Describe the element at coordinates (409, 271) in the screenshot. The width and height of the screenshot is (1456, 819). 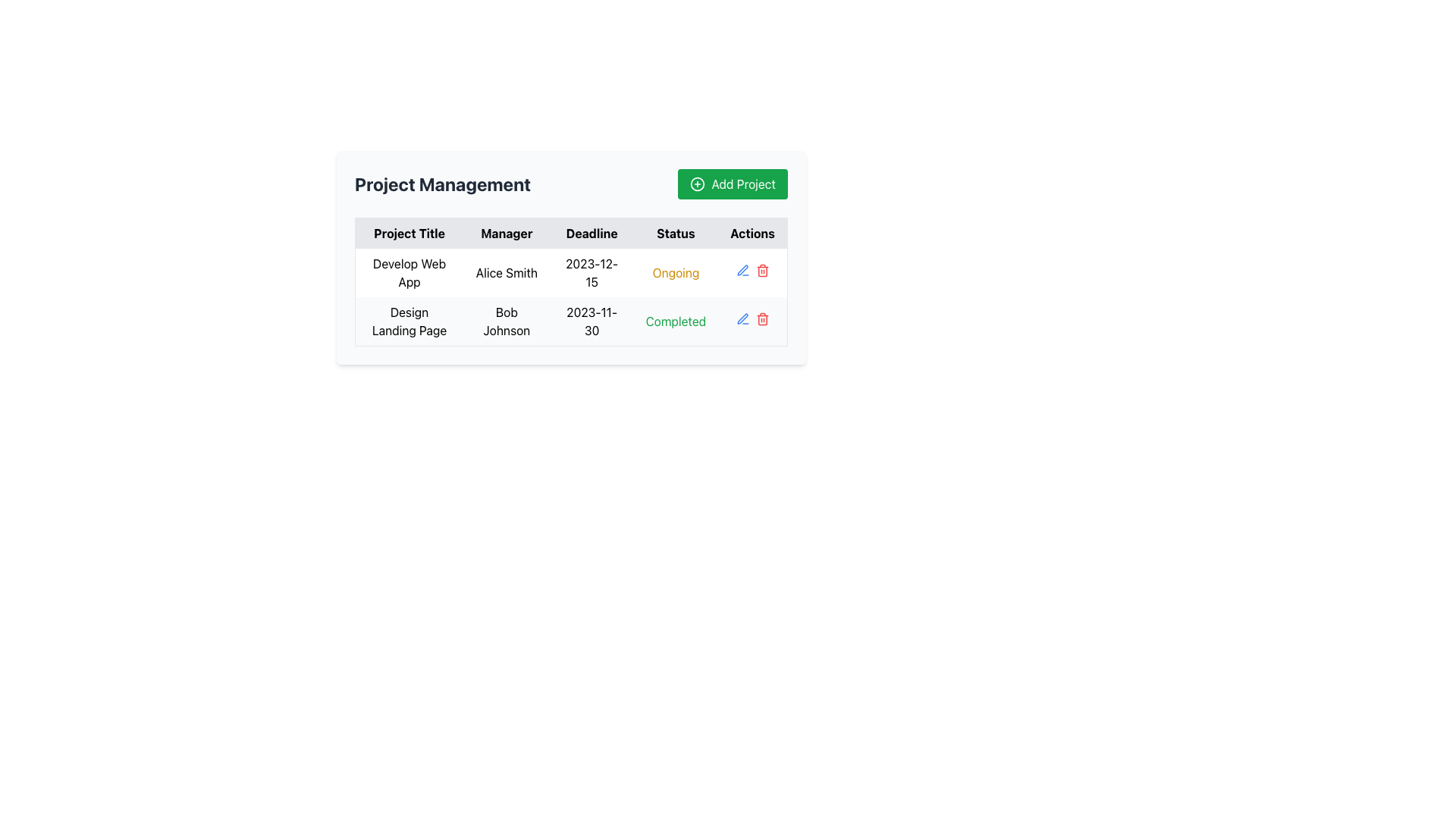
I see `the text label displaying 'Develop Web App' located in the first cell of the 'Project Title' column under the 'Project Management' header` at that location.